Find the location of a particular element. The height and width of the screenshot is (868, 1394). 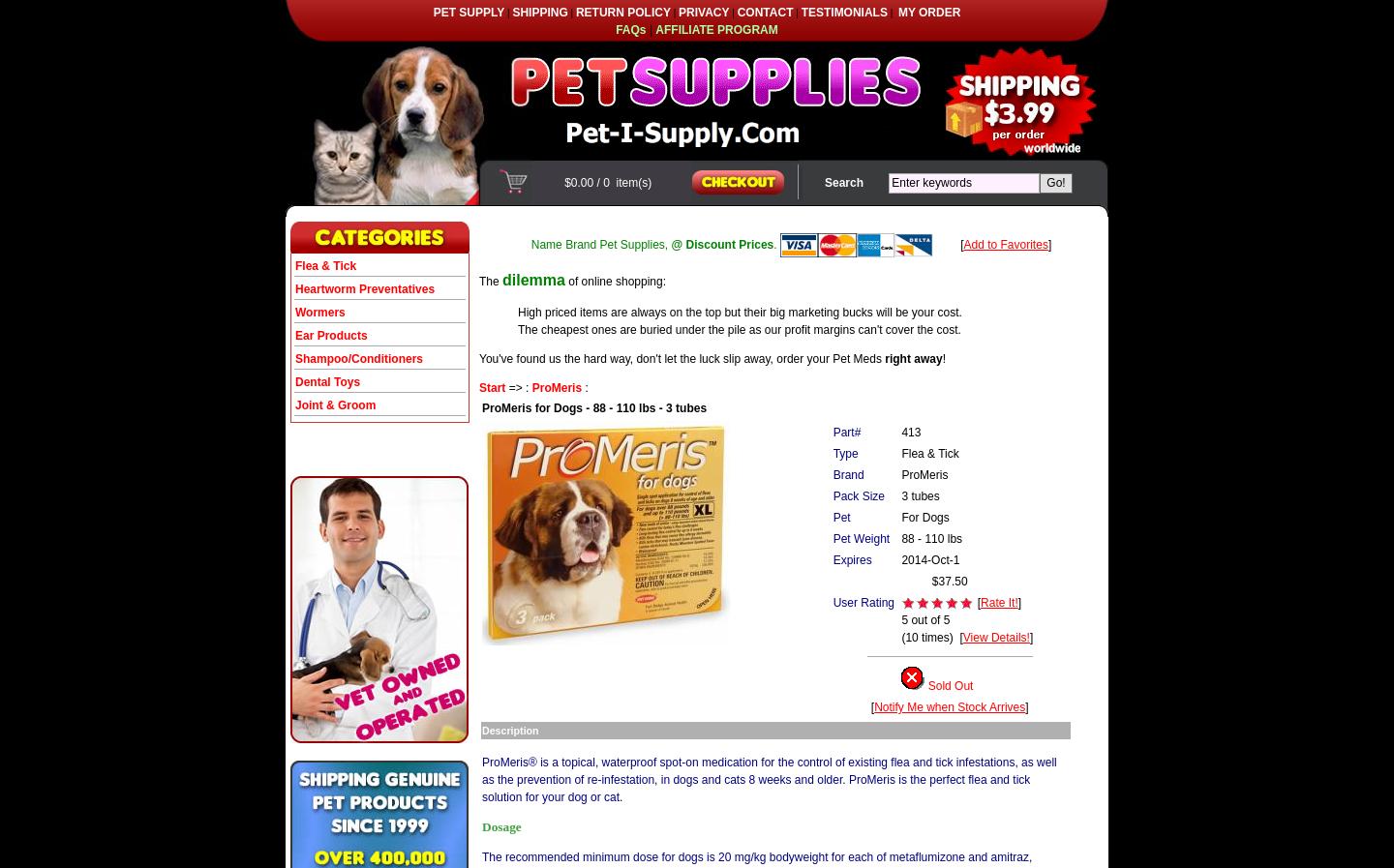

':' is located at coordinates (583, 386).